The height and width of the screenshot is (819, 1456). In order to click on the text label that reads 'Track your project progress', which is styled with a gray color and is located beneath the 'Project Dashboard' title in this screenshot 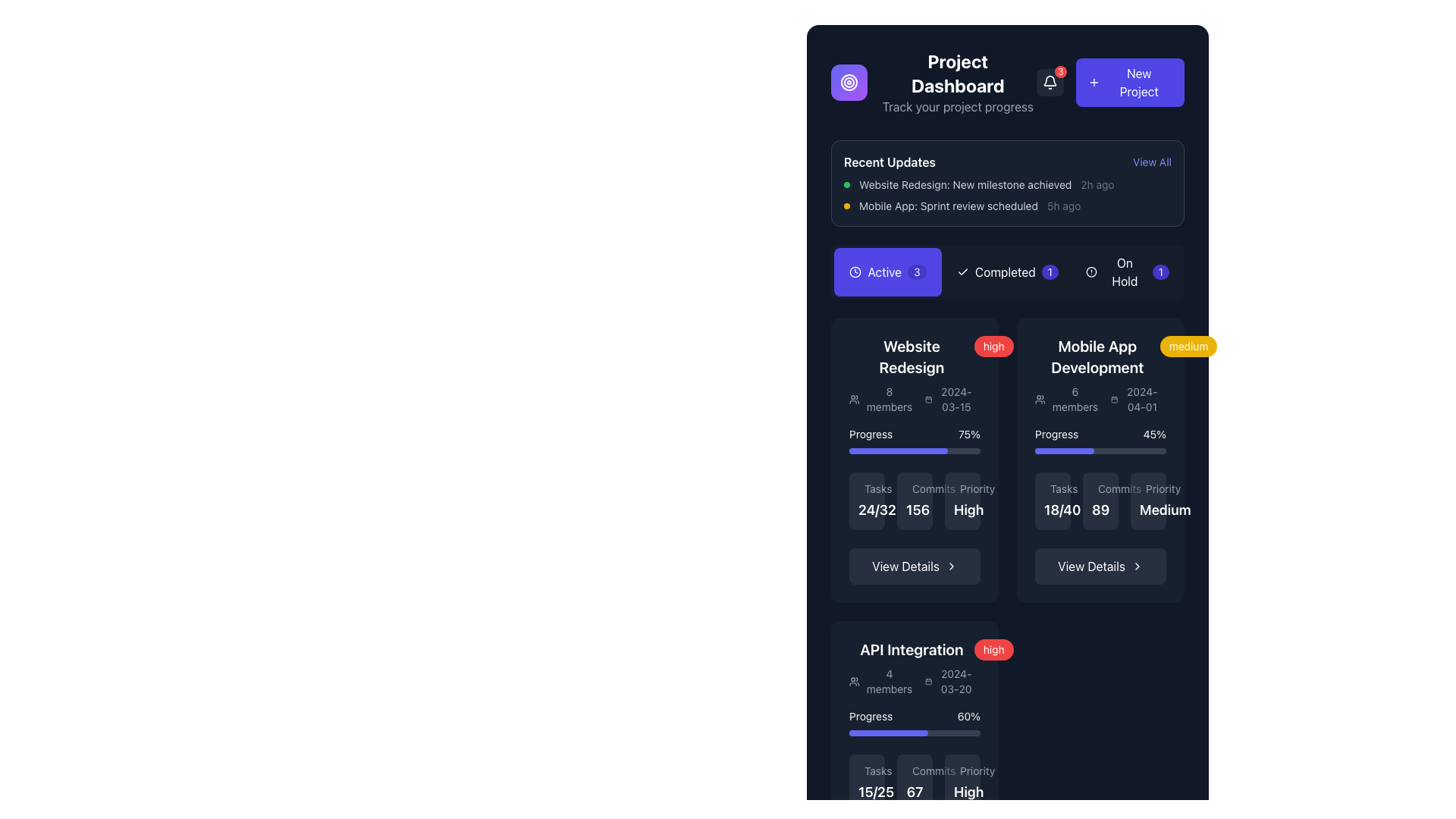, I will do `click(957, 106)`.